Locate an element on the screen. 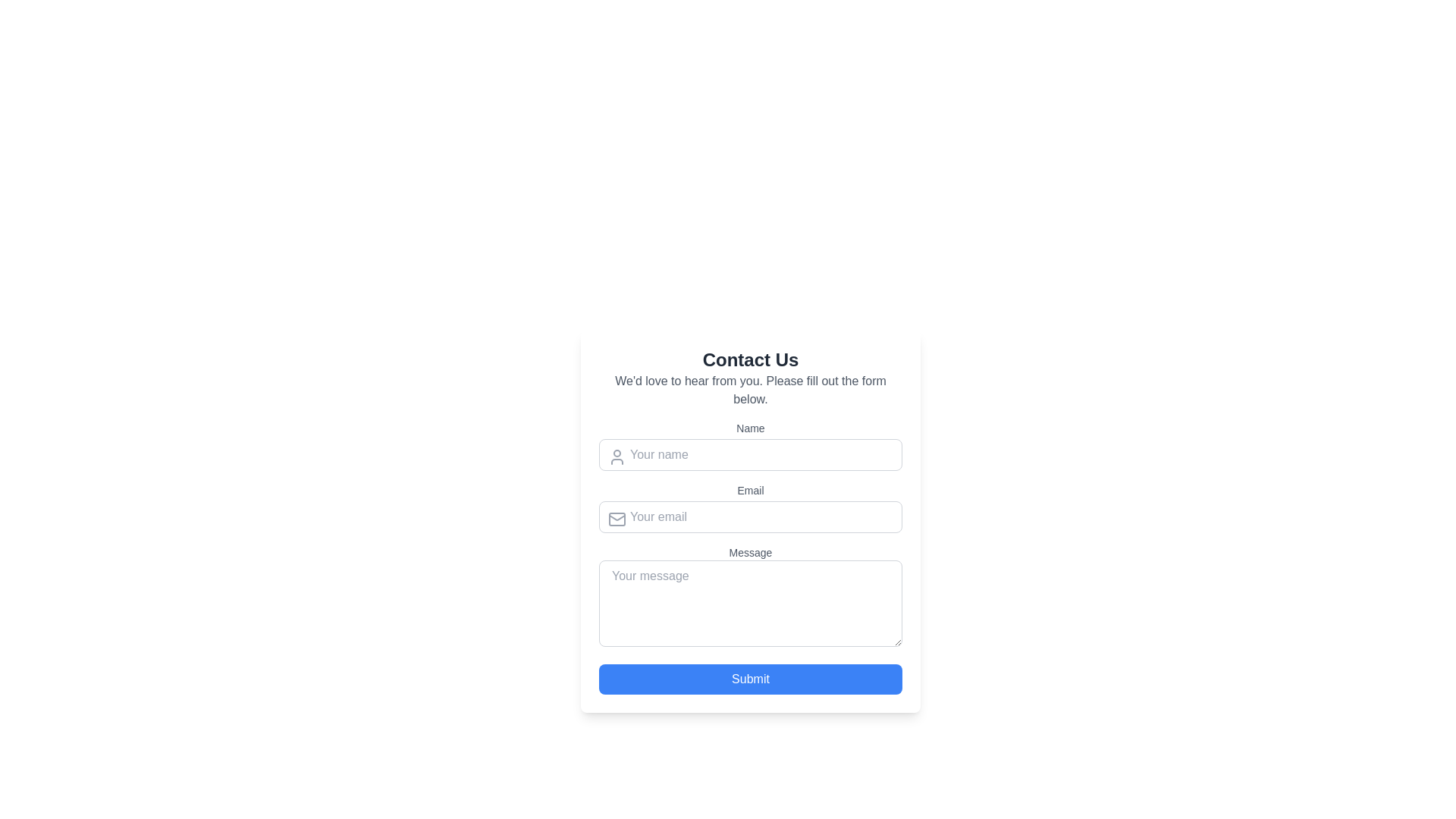  inside the email input field, which is styled with rounded borders and has a placeholder reading 'Your email', to type an email address is located at coordinates (750, 516).